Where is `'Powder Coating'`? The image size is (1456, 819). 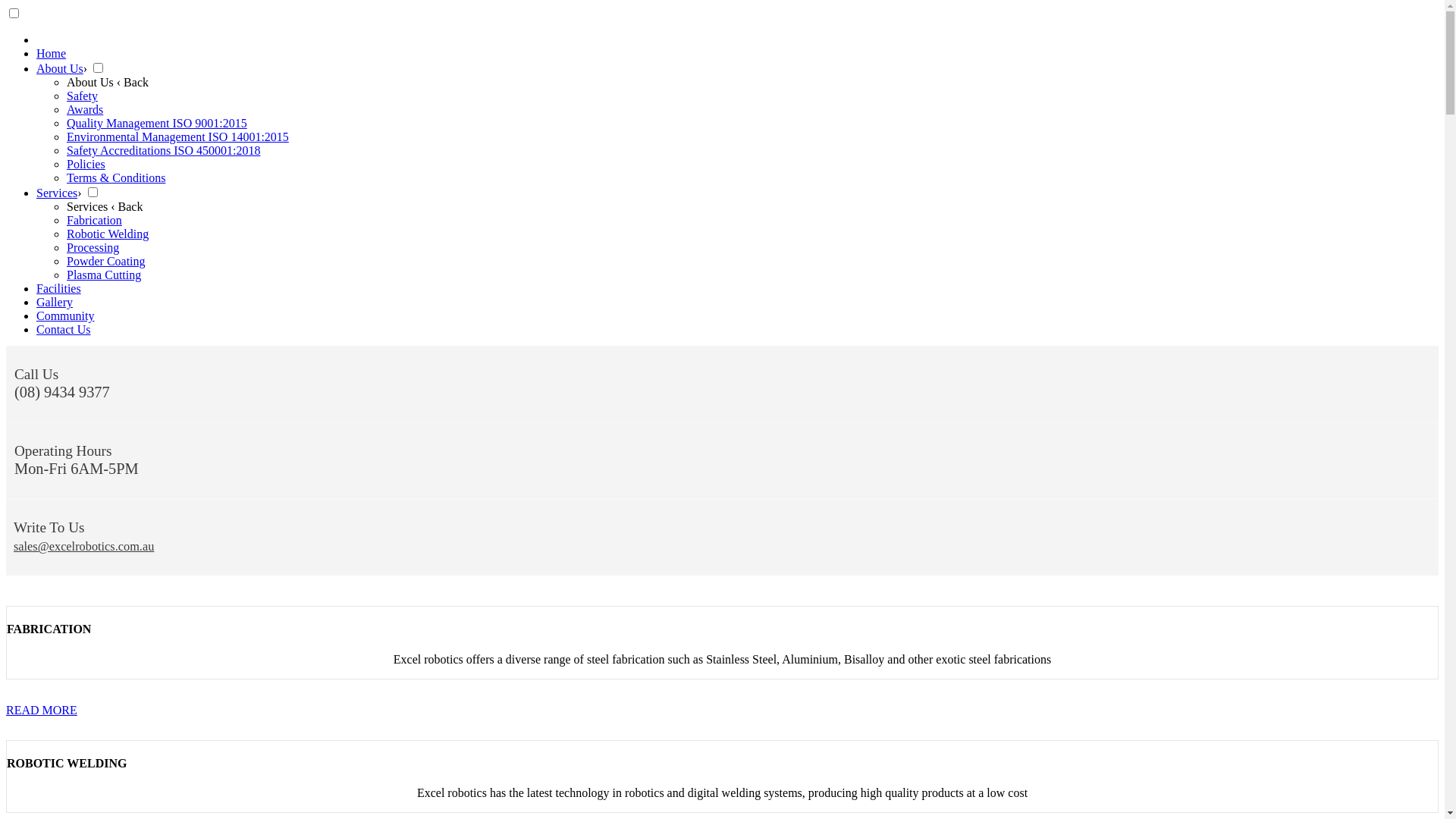 'Powder Coating' is located at coordinates (105, 260).